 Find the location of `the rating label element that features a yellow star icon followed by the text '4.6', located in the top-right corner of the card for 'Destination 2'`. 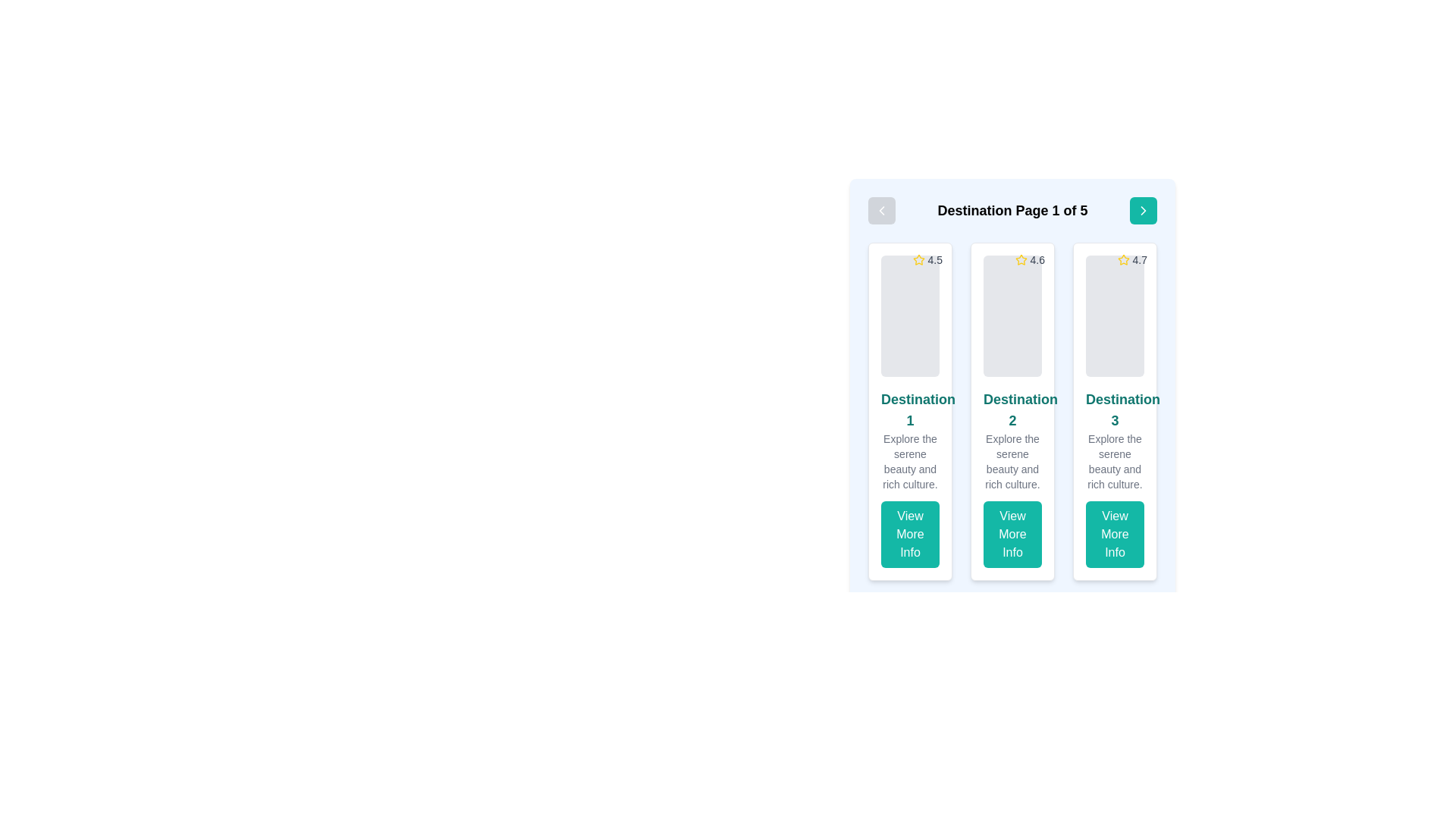

the rating label element that features a yellow star icon followed by the text '4.6', located in the top-right corner of the card for 'Destination 2' is located at coordinates (1030, 259).